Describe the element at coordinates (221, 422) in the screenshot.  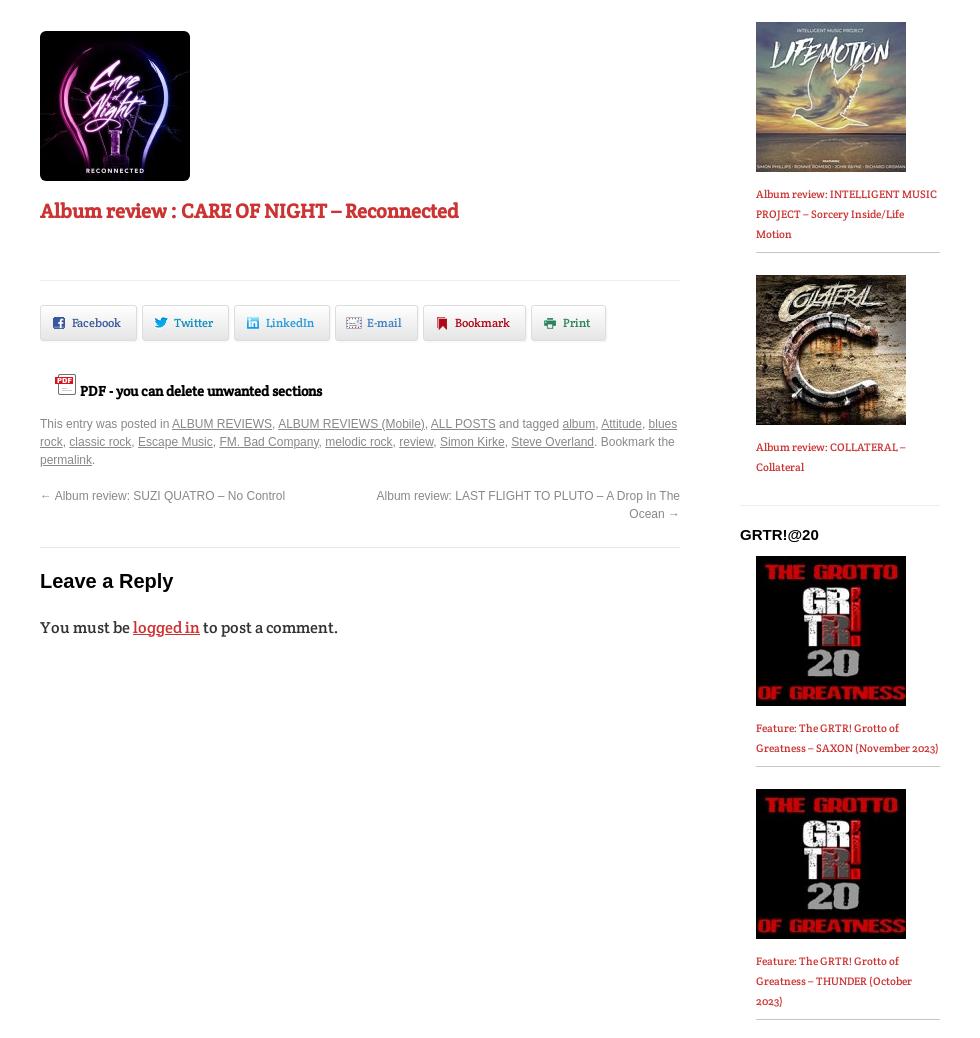
I see `'ALBUM REVIEWS'` at that location.